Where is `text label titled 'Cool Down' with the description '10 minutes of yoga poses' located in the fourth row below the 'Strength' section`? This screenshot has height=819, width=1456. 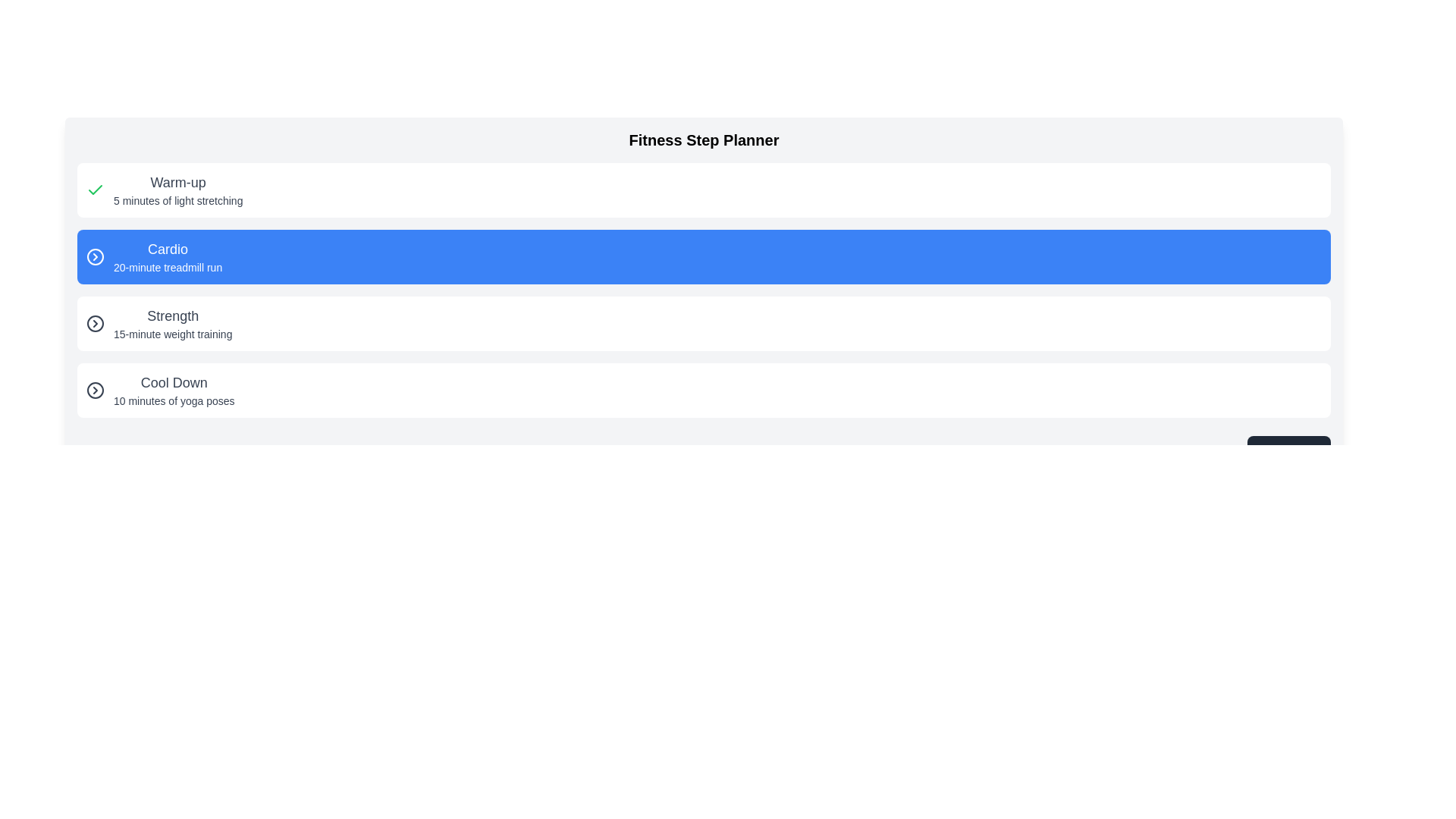 text label titled 'Cool Down' with the description '10 minutes of yoga poses' located in the fourth row below the 'Strength' section is located at coordinates (174, 390).